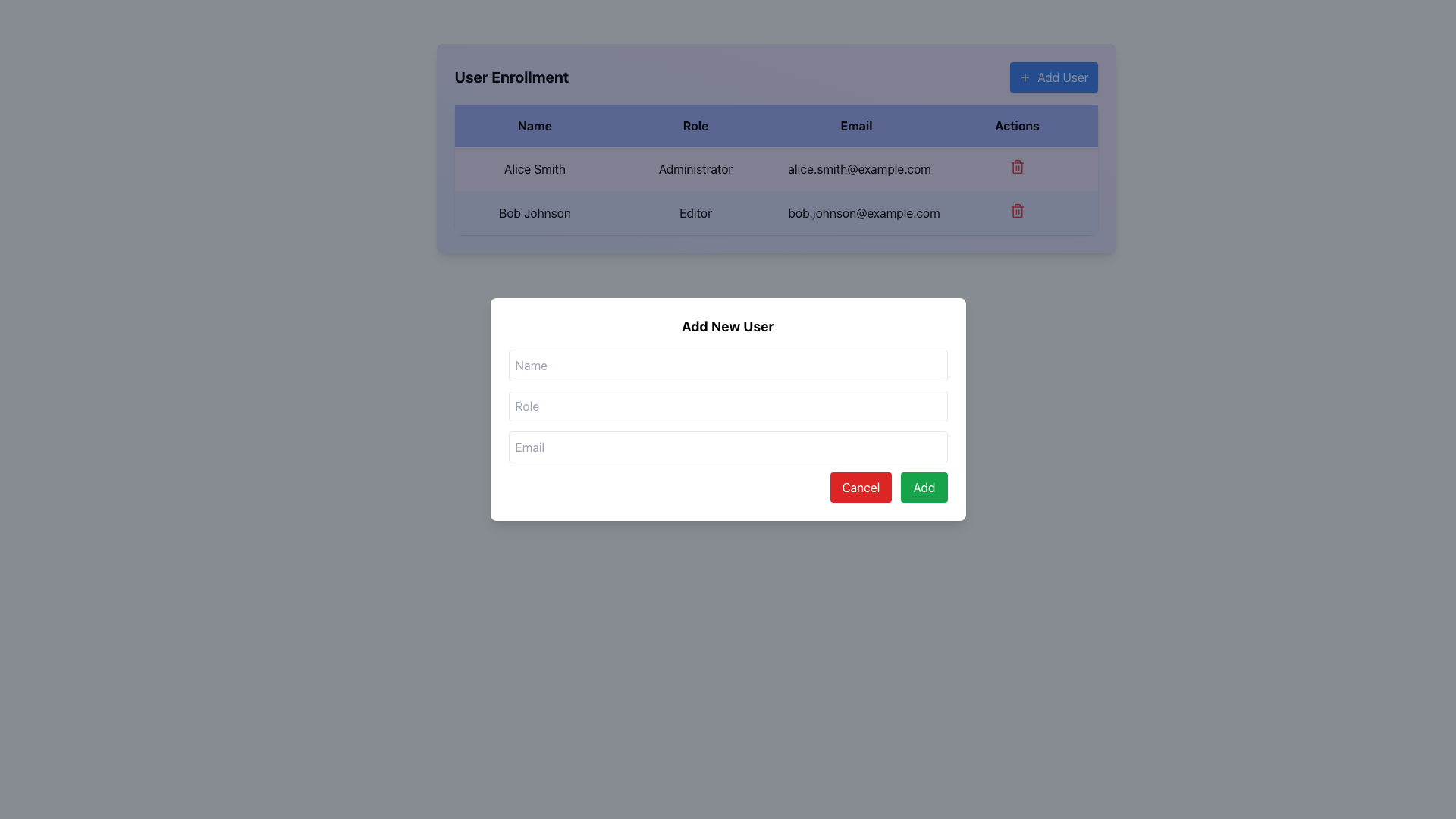 The width and height of the screenshot is (1456, 819). I want to click on the 'Editor' text label located in the 'Role' column of the second row for 'Bob Johnson', so click(695, 213).